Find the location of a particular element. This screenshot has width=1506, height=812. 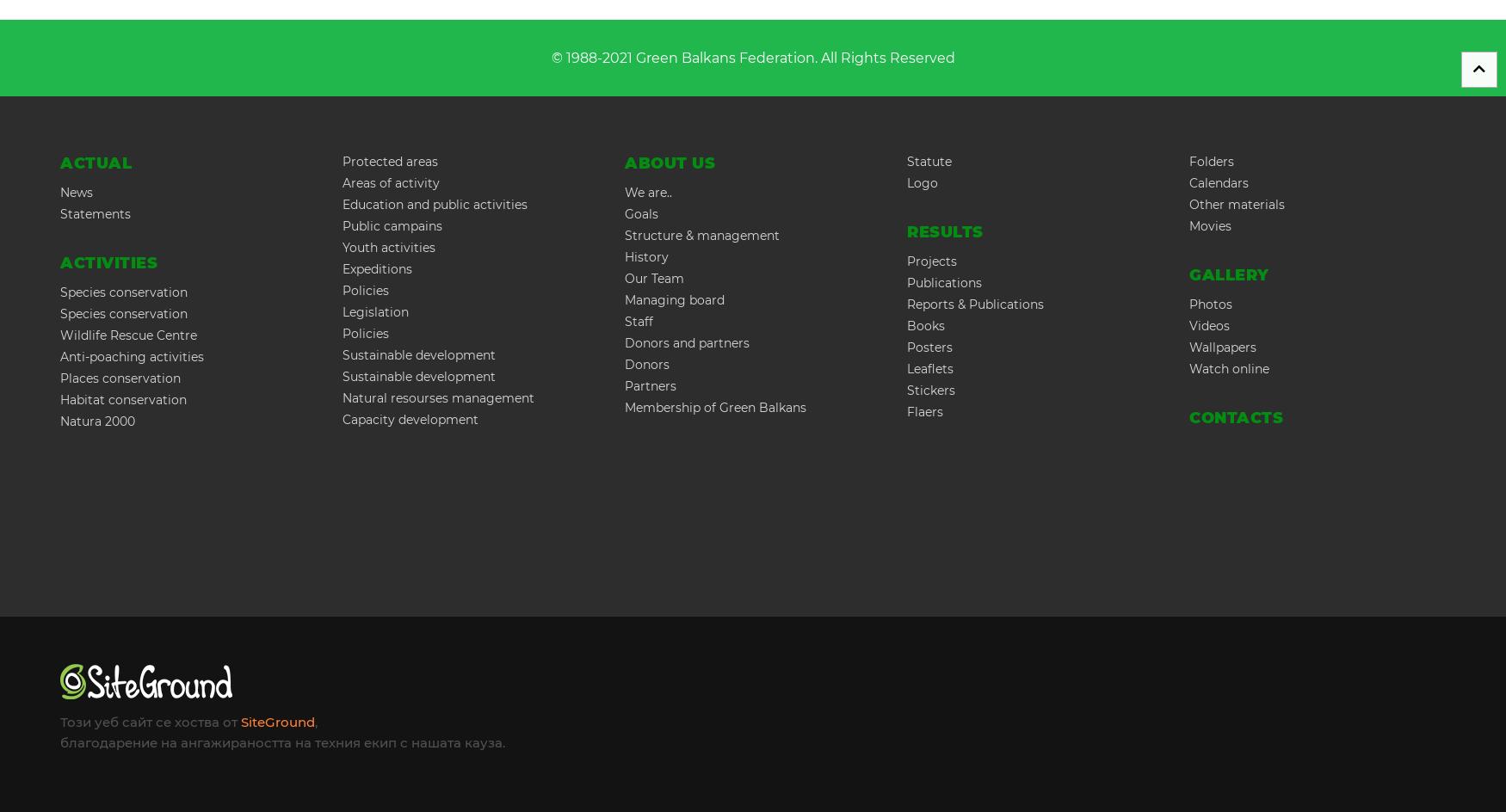

'SiteGround' is located at coordinates (278, 722).